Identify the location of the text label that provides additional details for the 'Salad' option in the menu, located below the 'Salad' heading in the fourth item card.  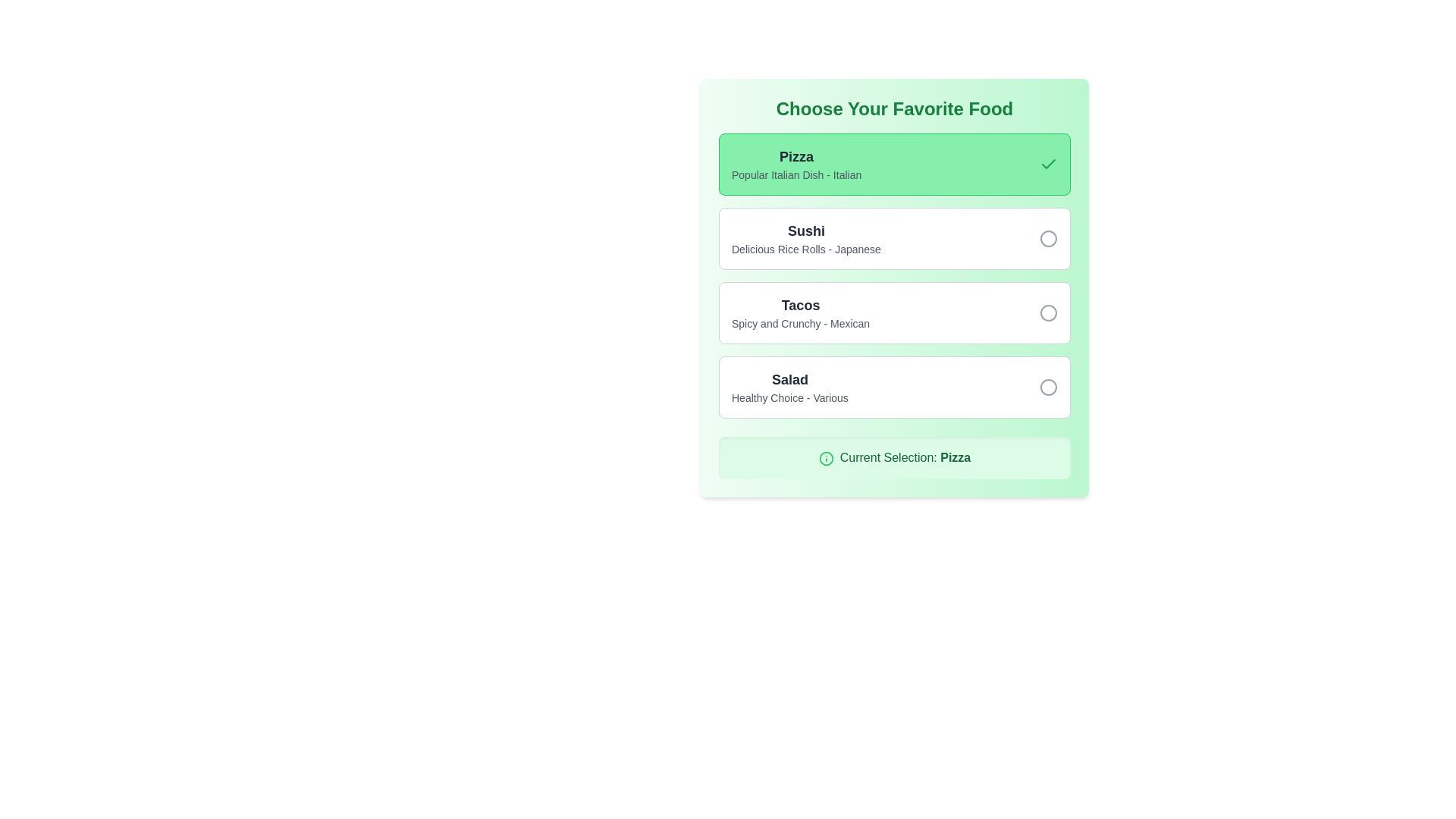
(789, 397).